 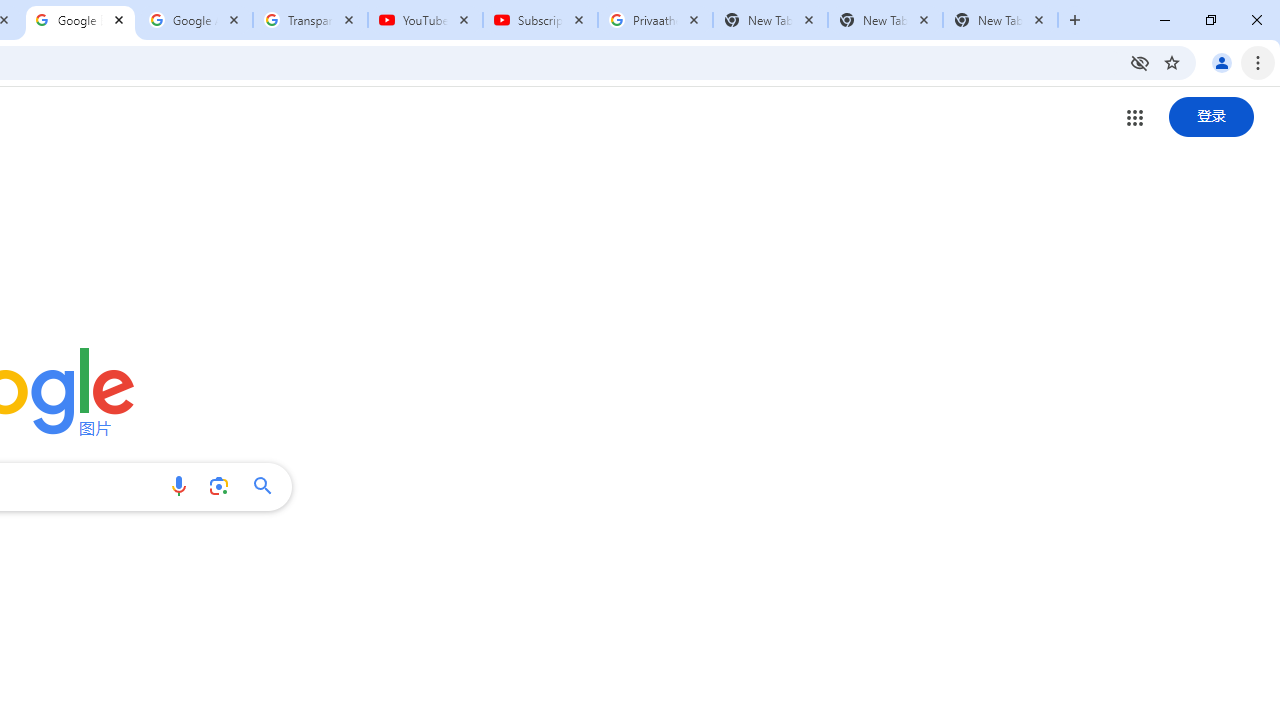 What do you see at coordinates (540, 20) in the screenshot?
I see `'Subscriptions - YouTube'` at bounding box center [540, 20].